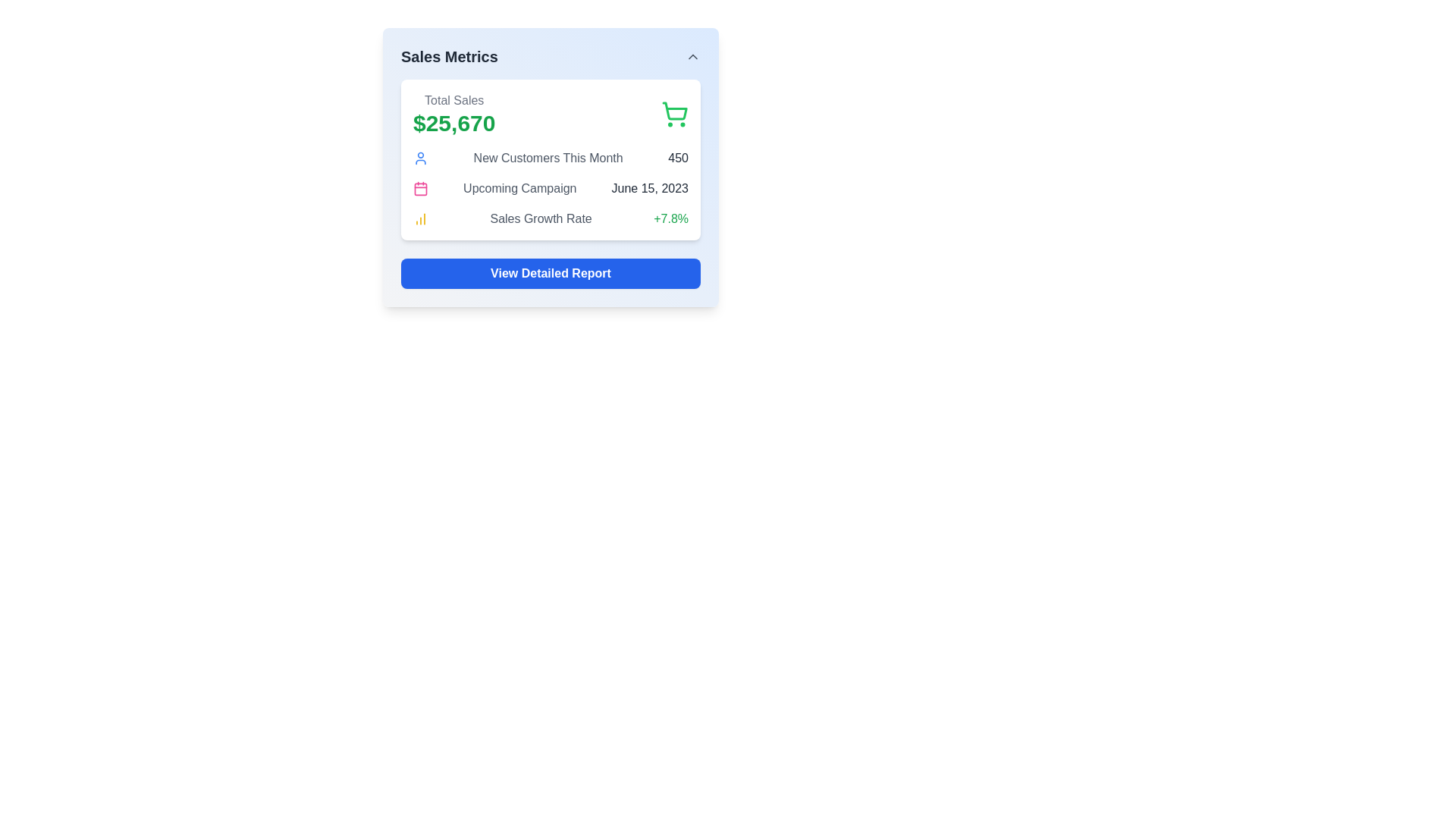 The height and width of the screenshot is (819, 1456). What do you see at coordinates (674, 110) in the screenshot?
I see `the green shopping cart icon located on the right side of the 'Total Sales' section within the 'Sales Metrics' card` at bounding box center [674, 110].